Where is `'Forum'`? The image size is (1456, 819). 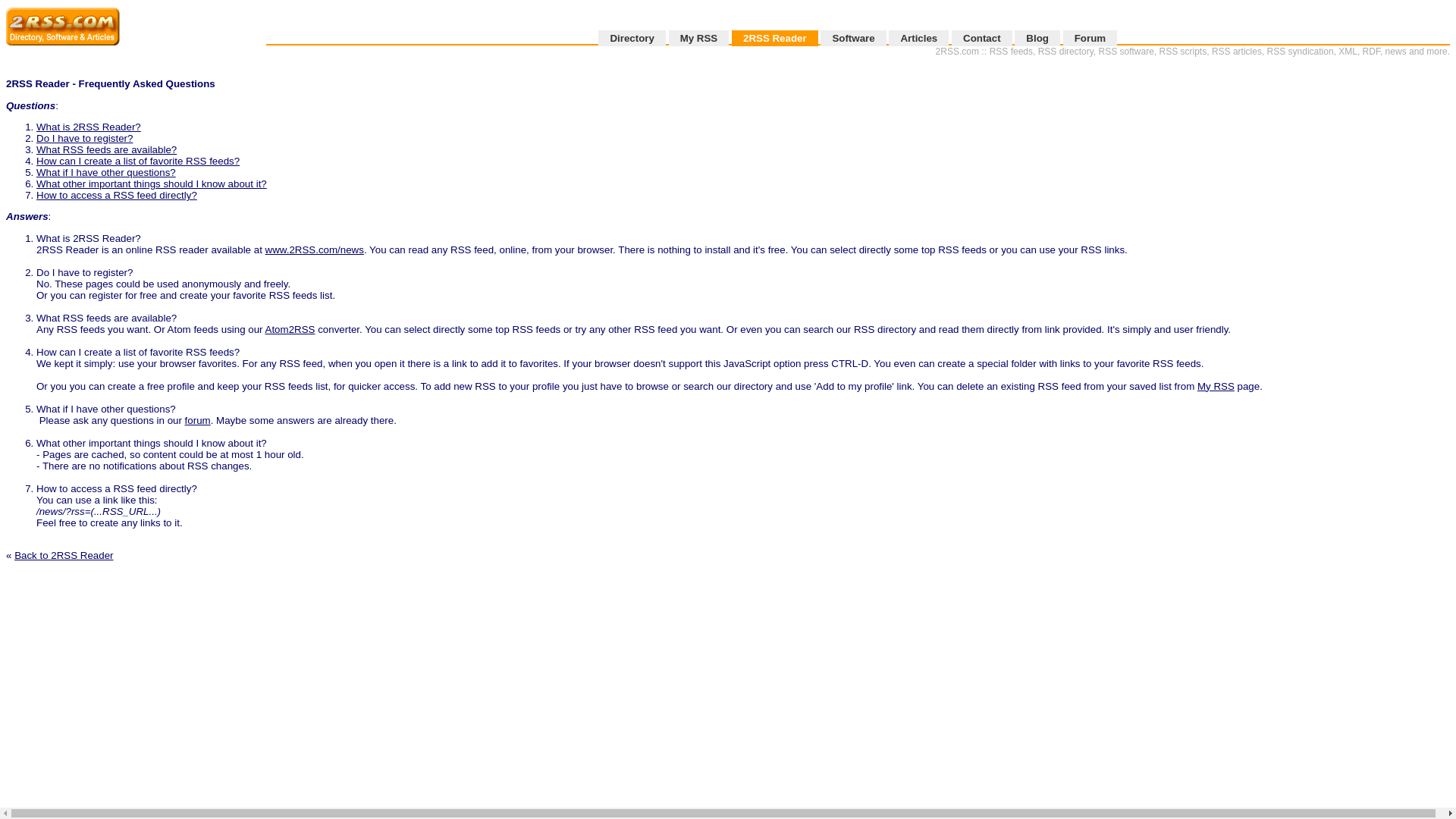 'Forum' is located at coordinates (1089, 37).